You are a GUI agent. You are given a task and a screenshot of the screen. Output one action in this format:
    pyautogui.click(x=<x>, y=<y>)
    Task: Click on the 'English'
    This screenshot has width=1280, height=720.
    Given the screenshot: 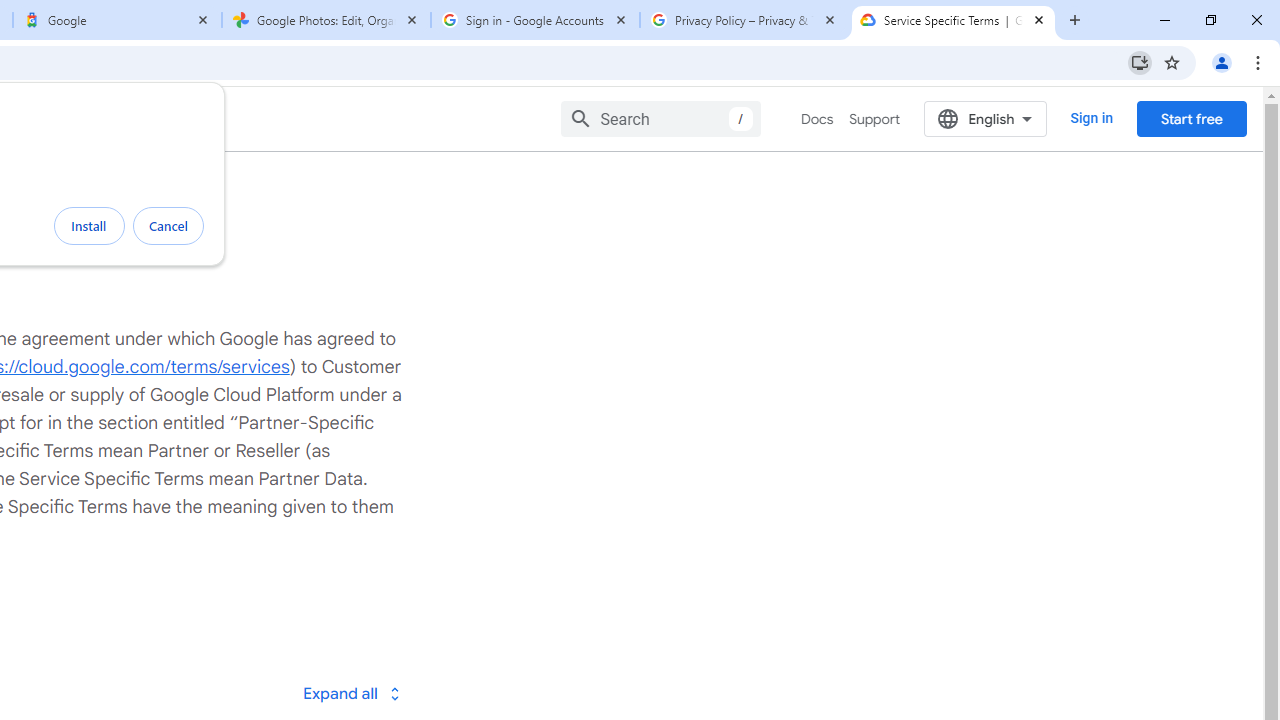 What is the action you would take?
    pyautogui.click(x=985, y=118)
    